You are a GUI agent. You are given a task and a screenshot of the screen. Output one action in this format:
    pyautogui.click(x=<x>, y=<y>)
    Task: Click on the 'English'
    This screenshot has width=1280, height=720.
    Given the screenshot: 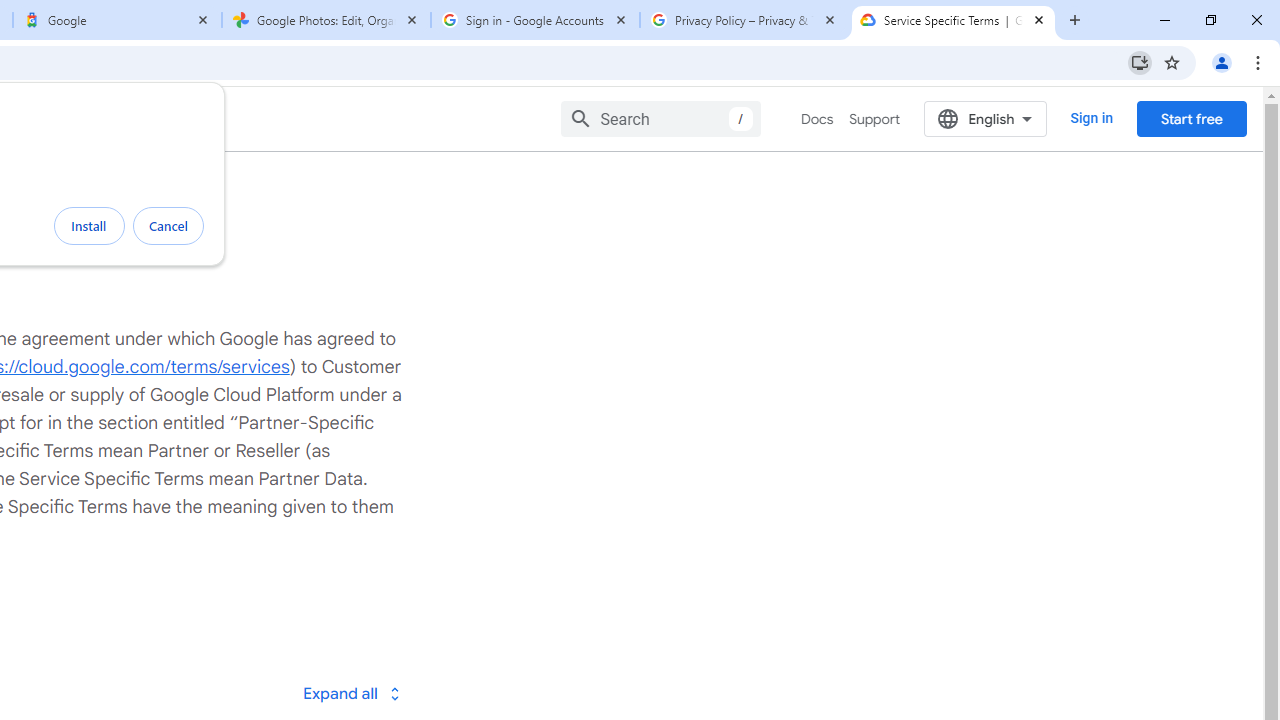 What is the action you would take?
    pyautogui.click(x=985, y=118)
    